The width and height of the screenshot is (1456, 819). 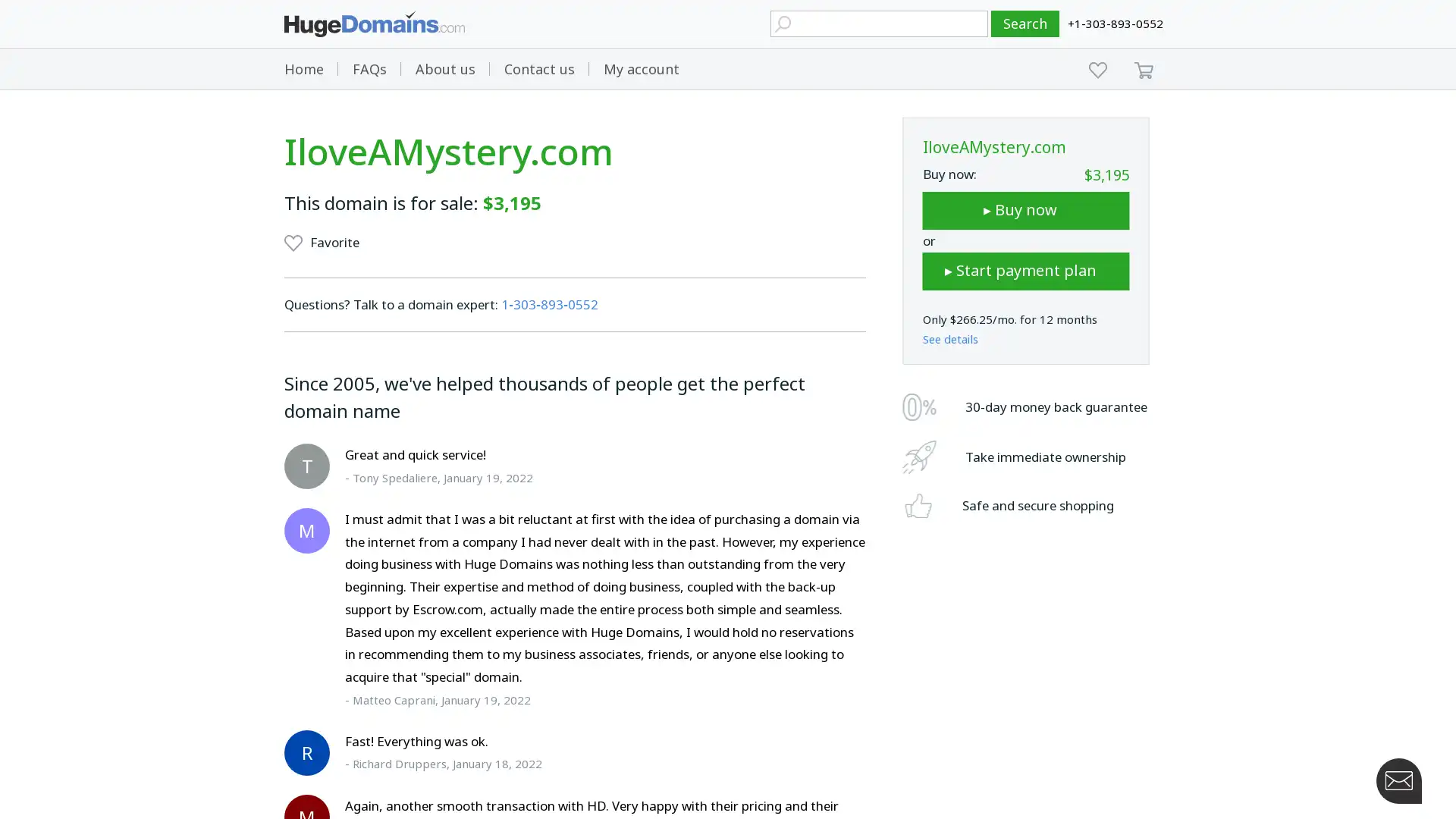 I want to click on Search, so click(x=1025, y=24).